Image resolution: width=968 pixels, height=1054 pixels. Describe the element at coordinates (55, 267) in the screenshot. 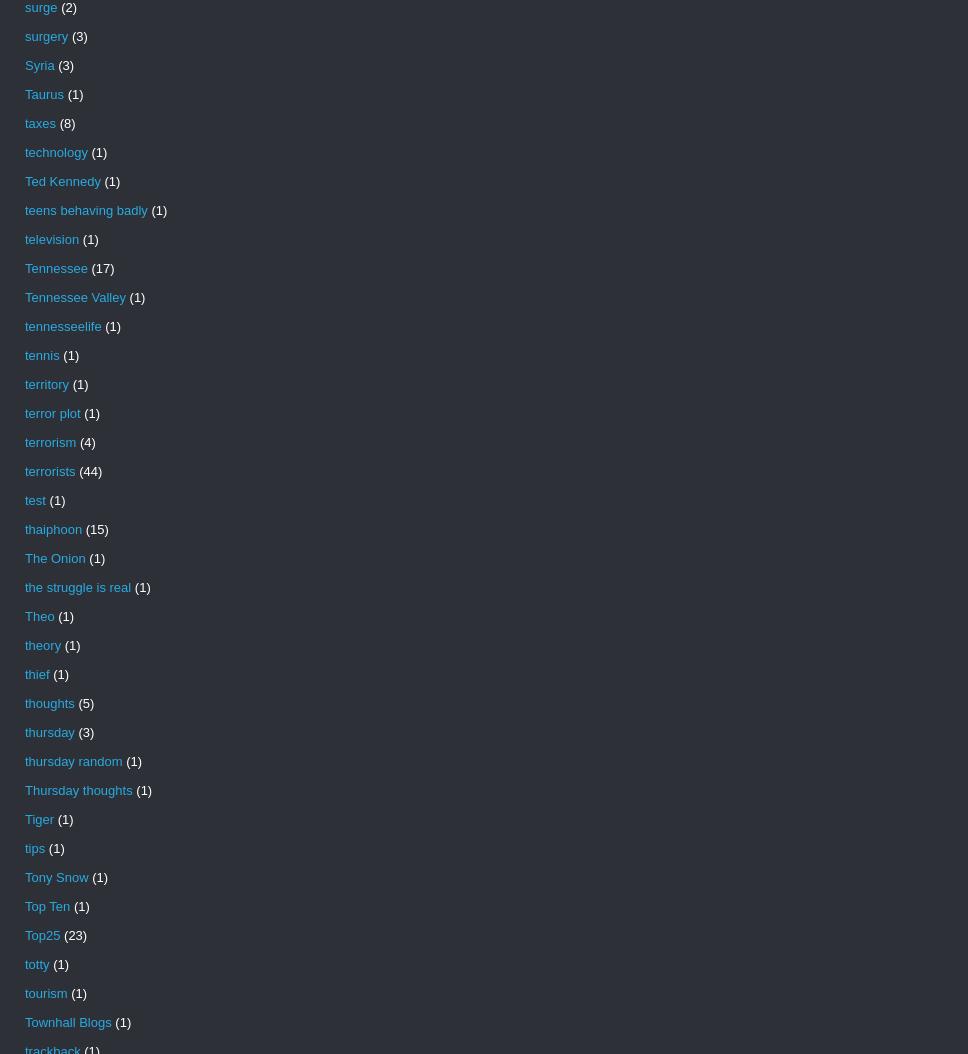

I see `'Tennessee'` at that location.